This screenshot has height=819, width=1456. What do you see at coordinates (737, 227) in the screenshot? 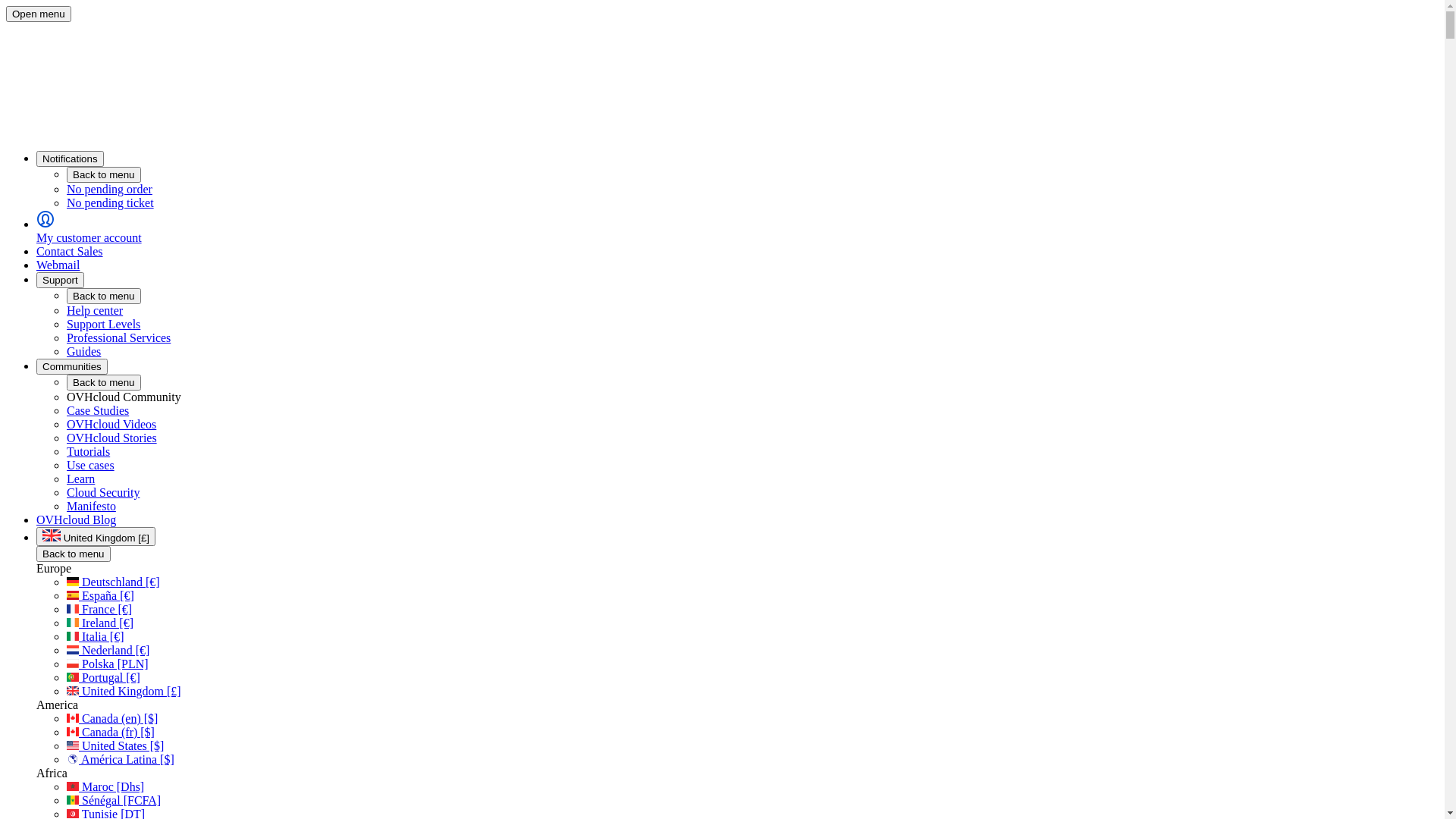
I see `'My customer account'` at bounding box center [737, 227].